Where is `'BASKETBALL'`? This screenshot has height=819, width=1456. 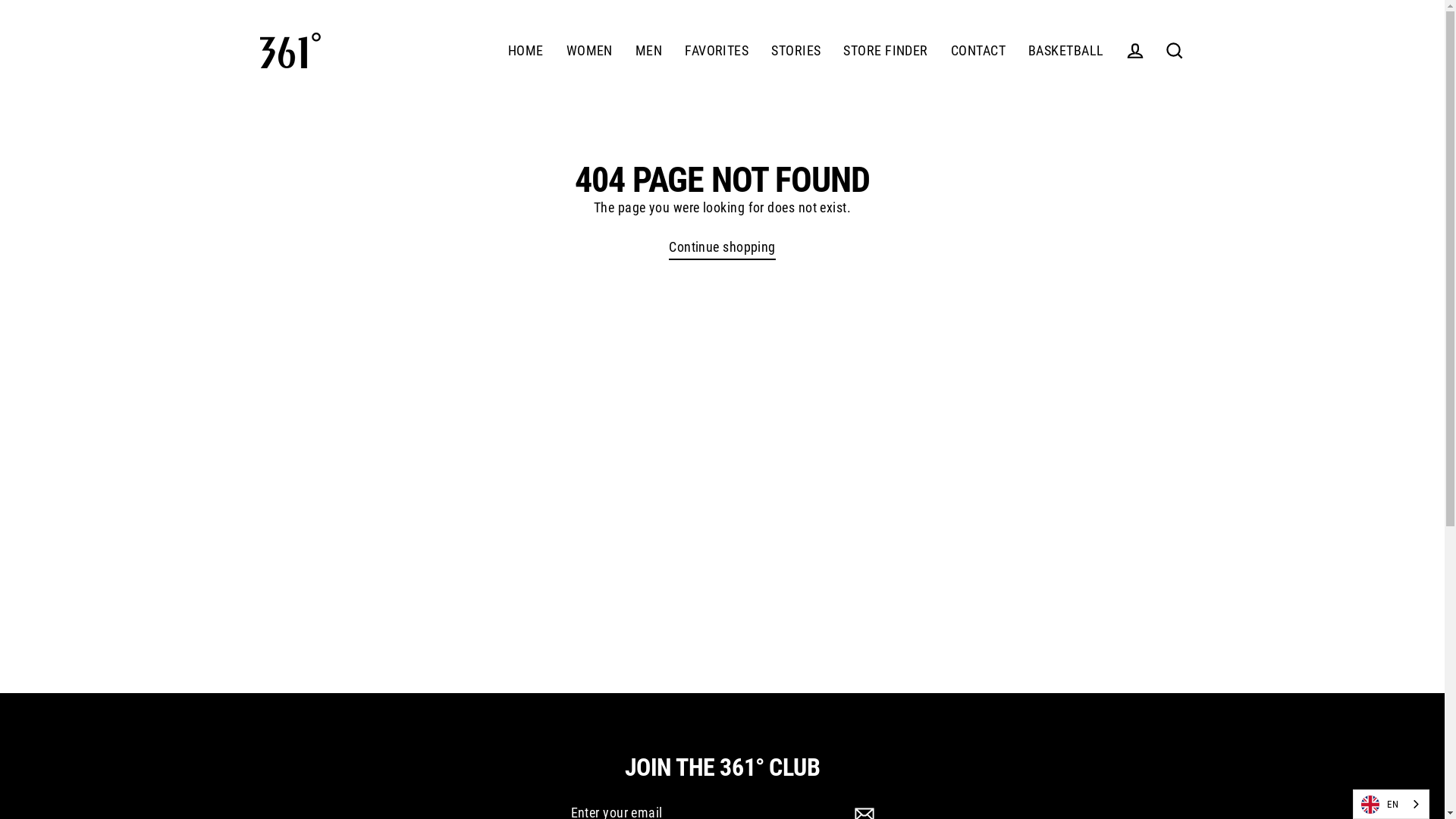
'BASKETBALL' is located at coordinates (1065, 49).